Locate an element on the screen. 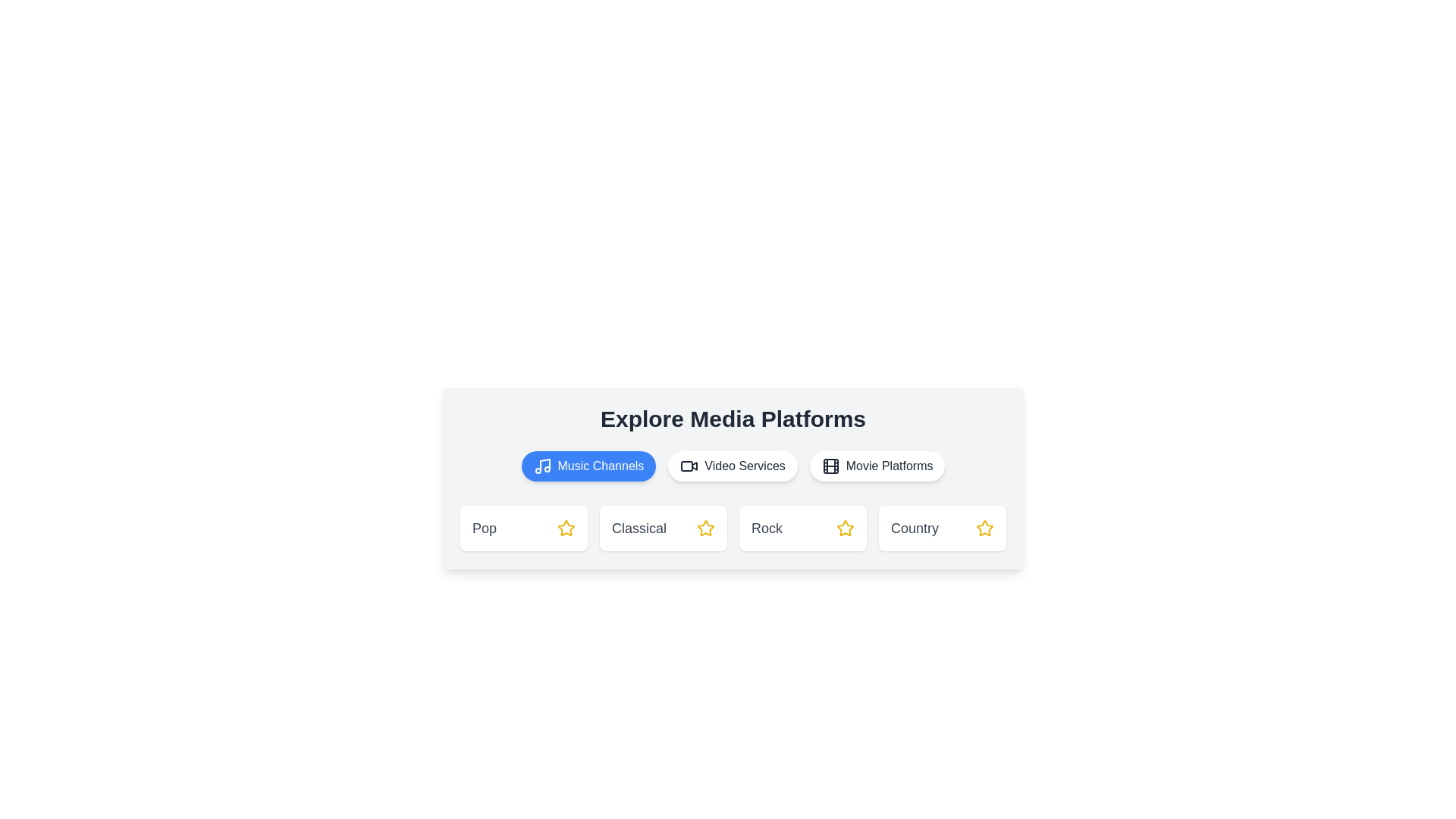 The height and width of the screenshot is (819, 1456). the 'Video Services' icon, which is the second button in the row of category tabs under 'Explore Media Platforms' is located at coordinates (689, 465).